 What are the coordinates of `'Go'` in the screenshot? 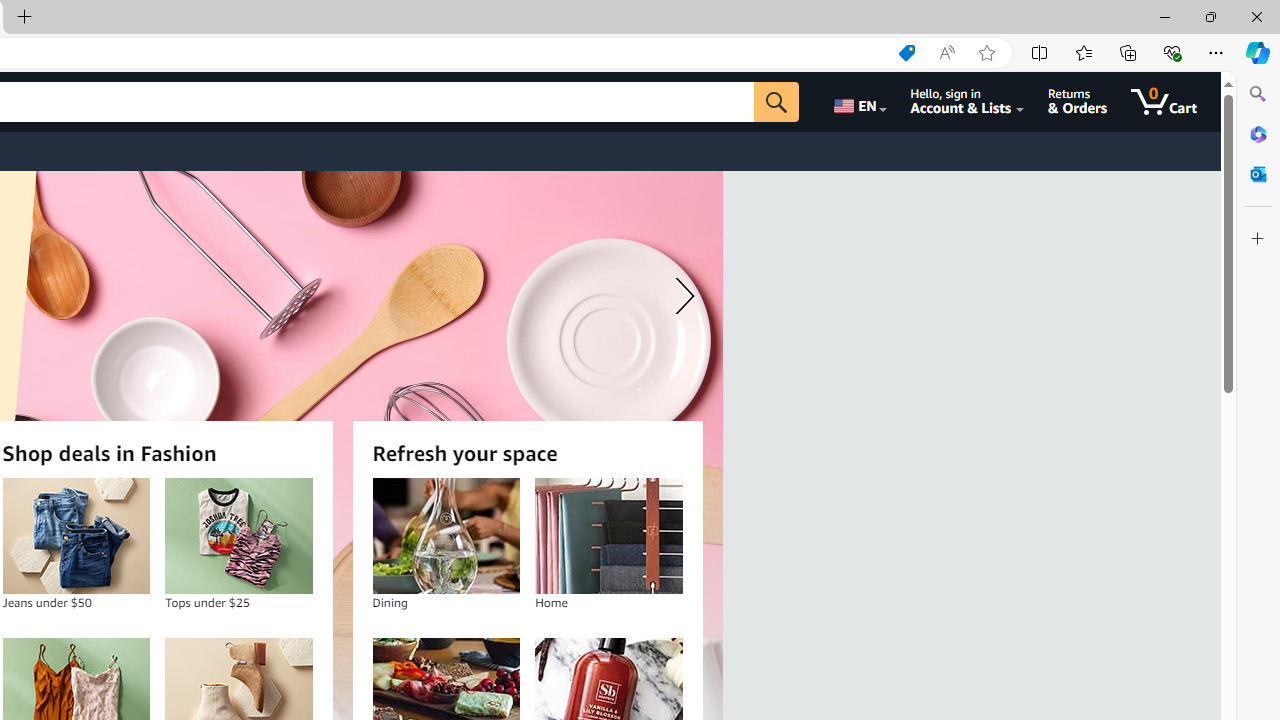 It's located at (775, 101).